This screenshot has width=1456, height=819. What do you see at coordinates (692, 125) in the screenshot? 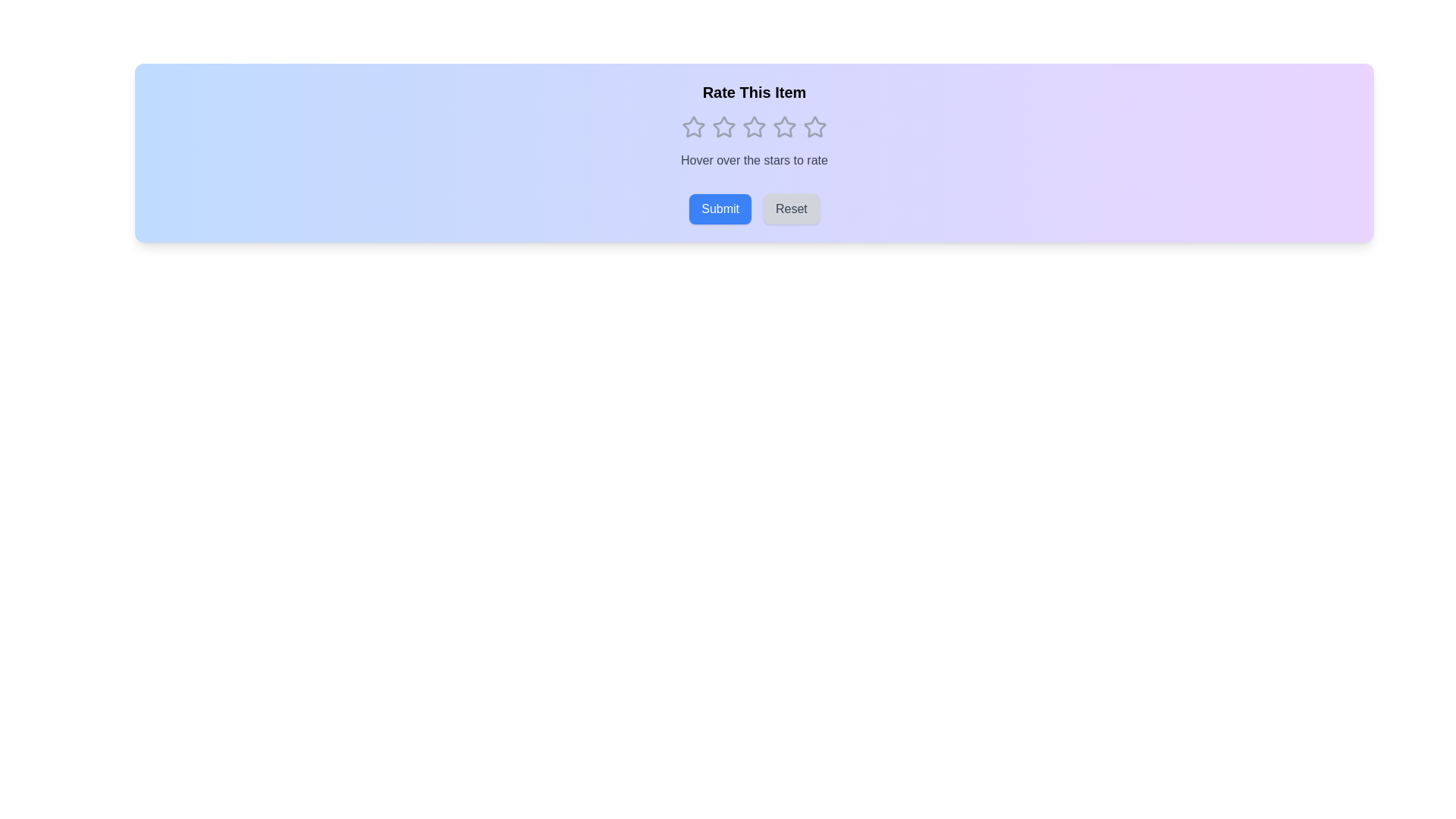
I see `the first outlined star icon in the rating system, located beneath the 'Rate This Item' title` at bounding box center [692, 125].